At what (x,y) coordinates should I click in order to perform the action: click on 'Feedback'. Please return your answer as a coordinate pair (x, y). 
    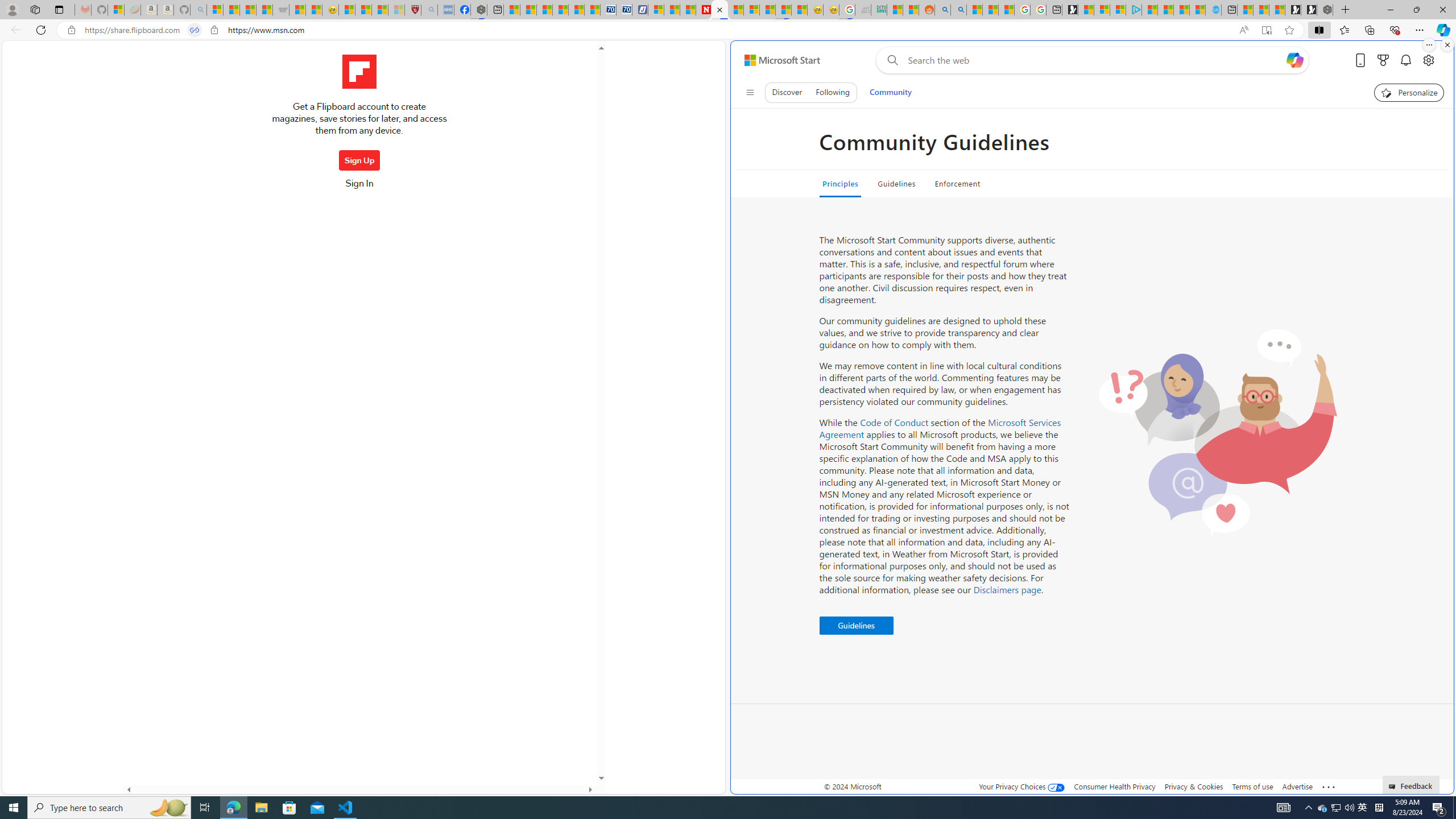
    Looking at the image, I should click on (1410, 784).